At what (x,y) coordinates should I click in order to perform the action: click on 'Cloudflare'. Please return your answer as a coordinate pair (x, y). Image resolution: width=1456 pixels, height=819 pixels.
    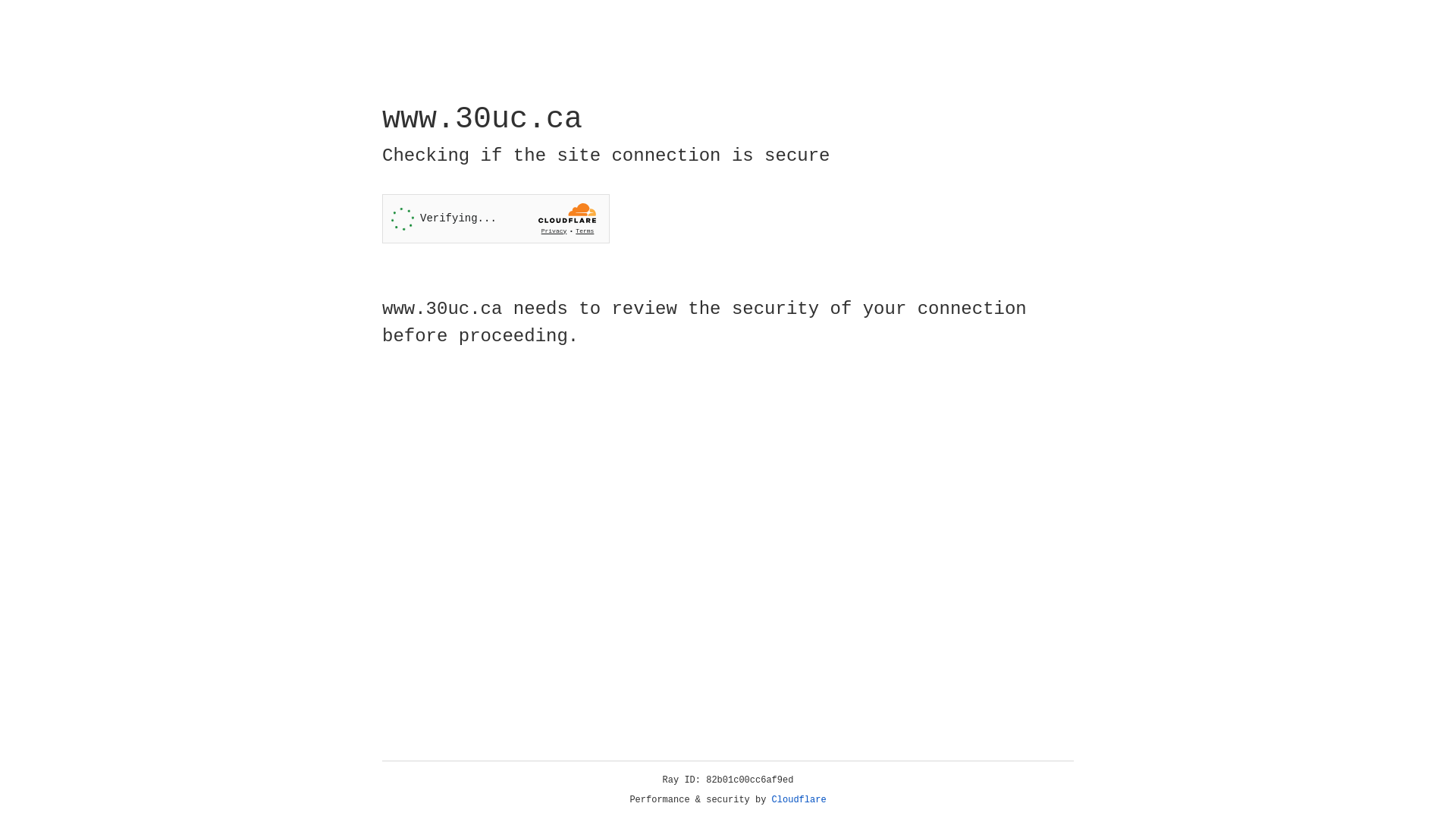
    Looking at the image, I should click on (771, 799).